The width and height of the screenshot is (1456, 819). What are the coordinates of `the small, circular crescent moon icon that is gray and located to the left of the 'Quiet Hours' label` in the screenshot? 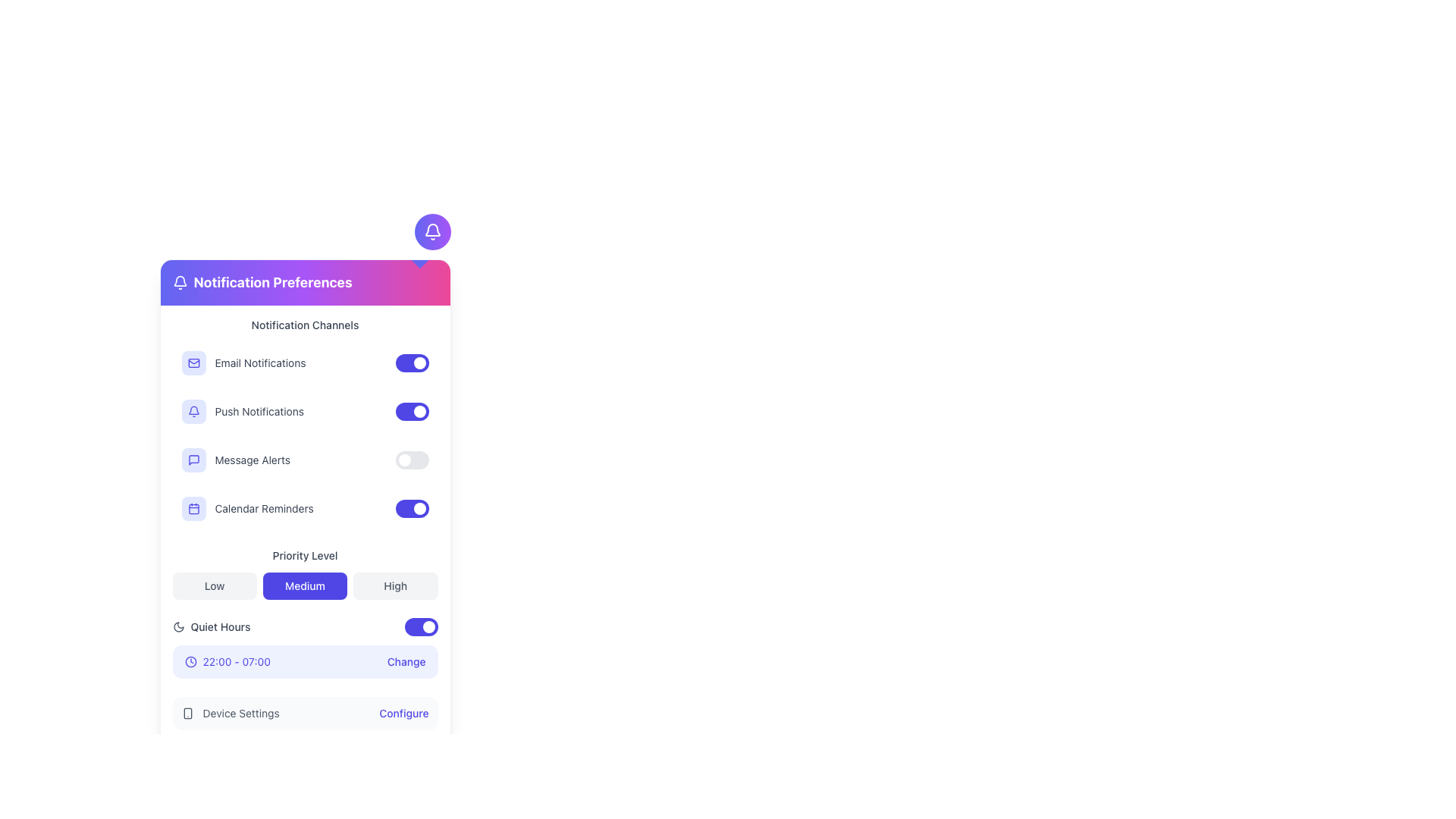 It's located at (178, 626).